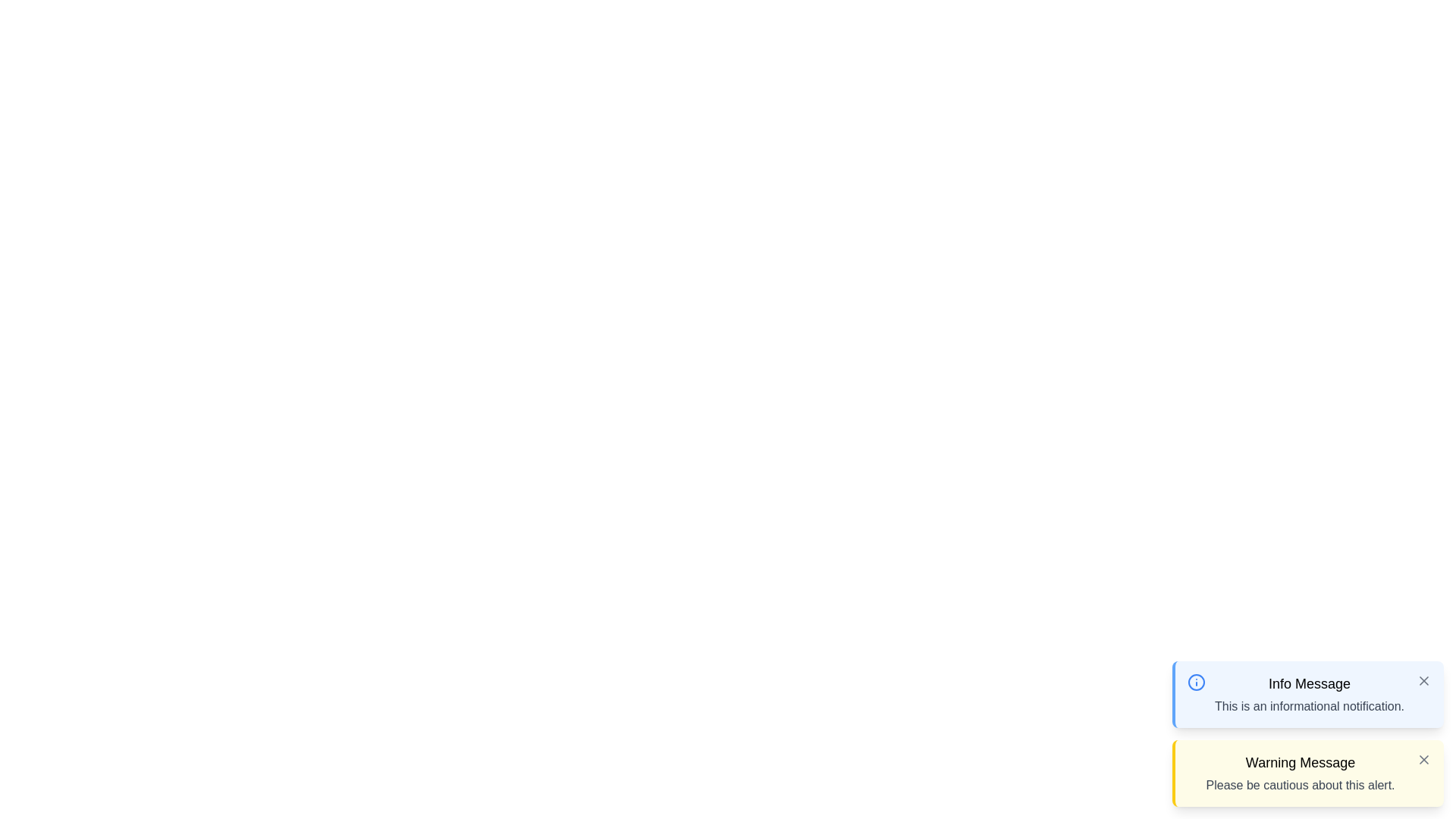 The image size is (1456, 819). What do you see at coordinates (1300, 773) in the screenshot?
I see `the text label that displays 'Warning Message' in bold and 'Please be cautious about this alert.' in regular text, which is part of a notification-style component with a light yellow background and a yellow left border` at bounding box center [1300, 773].